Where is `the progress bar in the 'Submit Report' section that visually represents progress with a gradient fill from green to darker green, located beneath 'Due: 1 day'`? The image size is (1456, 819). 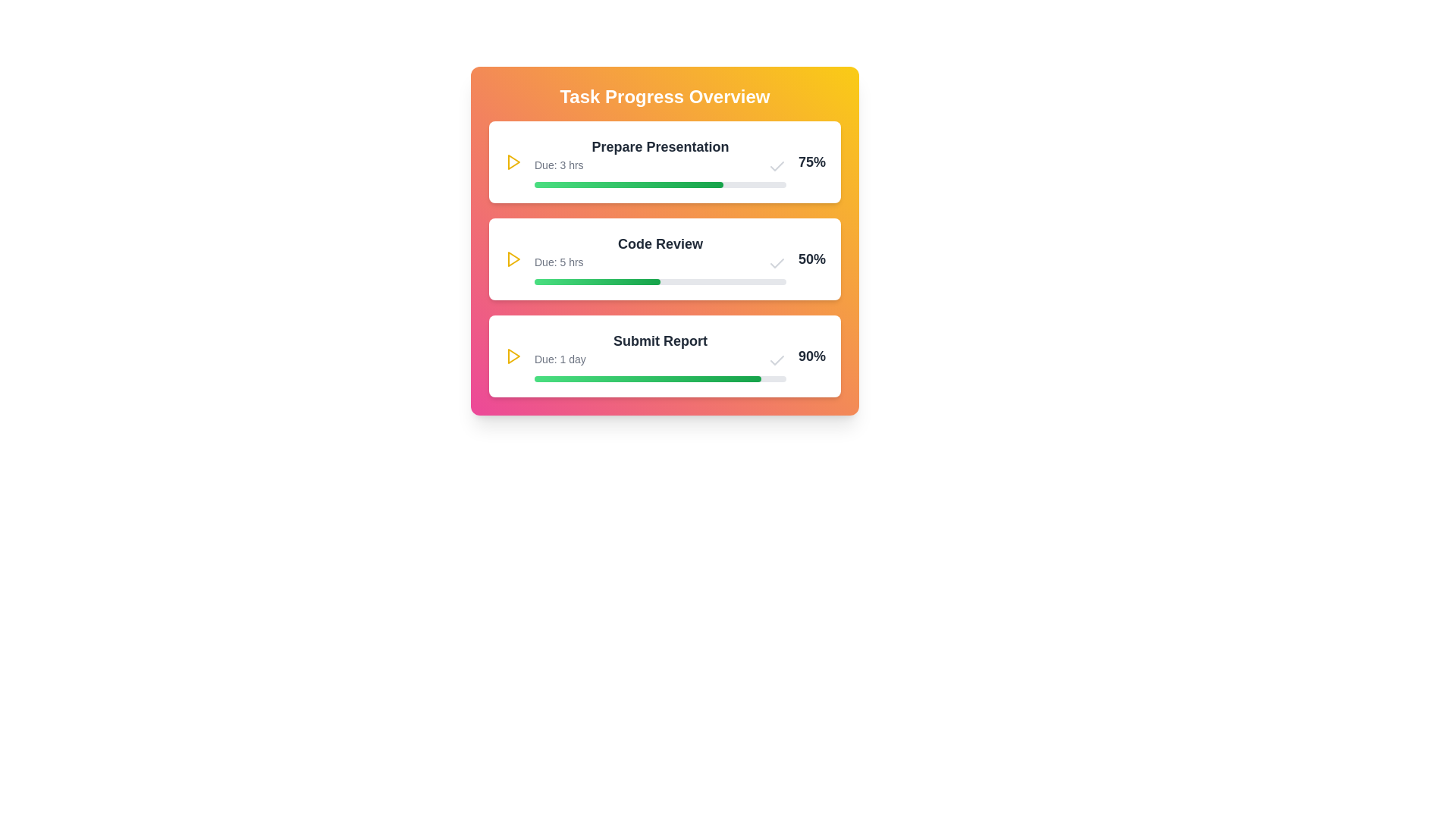
the progress bar in the 'Submit Report' section that visually represents progress with a gradient fill from green to darker green, located beneath 'Due: 1 day' is located at coordinates (660, 378).